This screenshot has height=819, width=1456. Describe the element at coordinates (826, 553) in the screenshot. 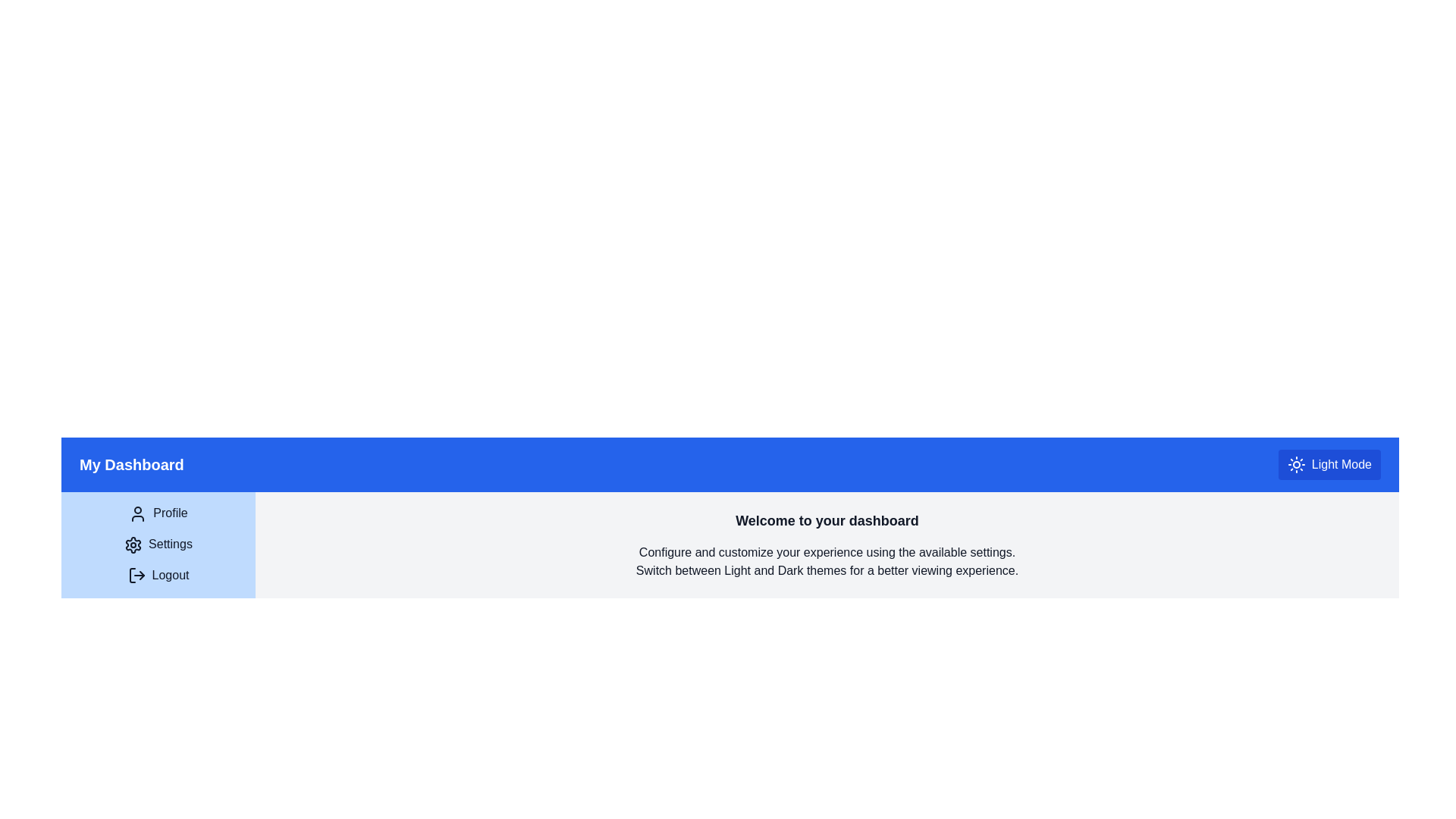

I see `the first text label providing instructions or information about customization settings, located directly below the 'Welcome to your dashboard' heading` at that location.